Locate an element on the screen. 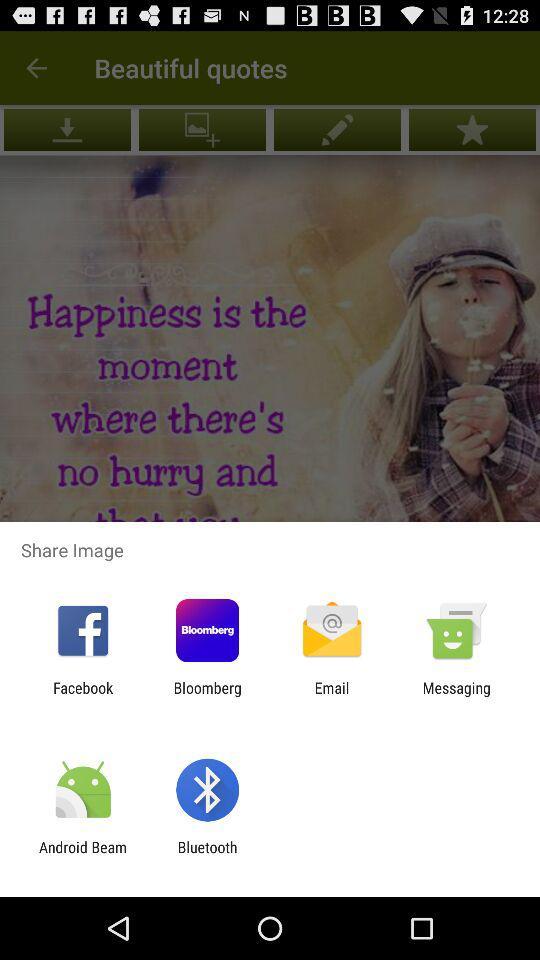  app next to the bluetooth icon is located at coordinates (82, 855).